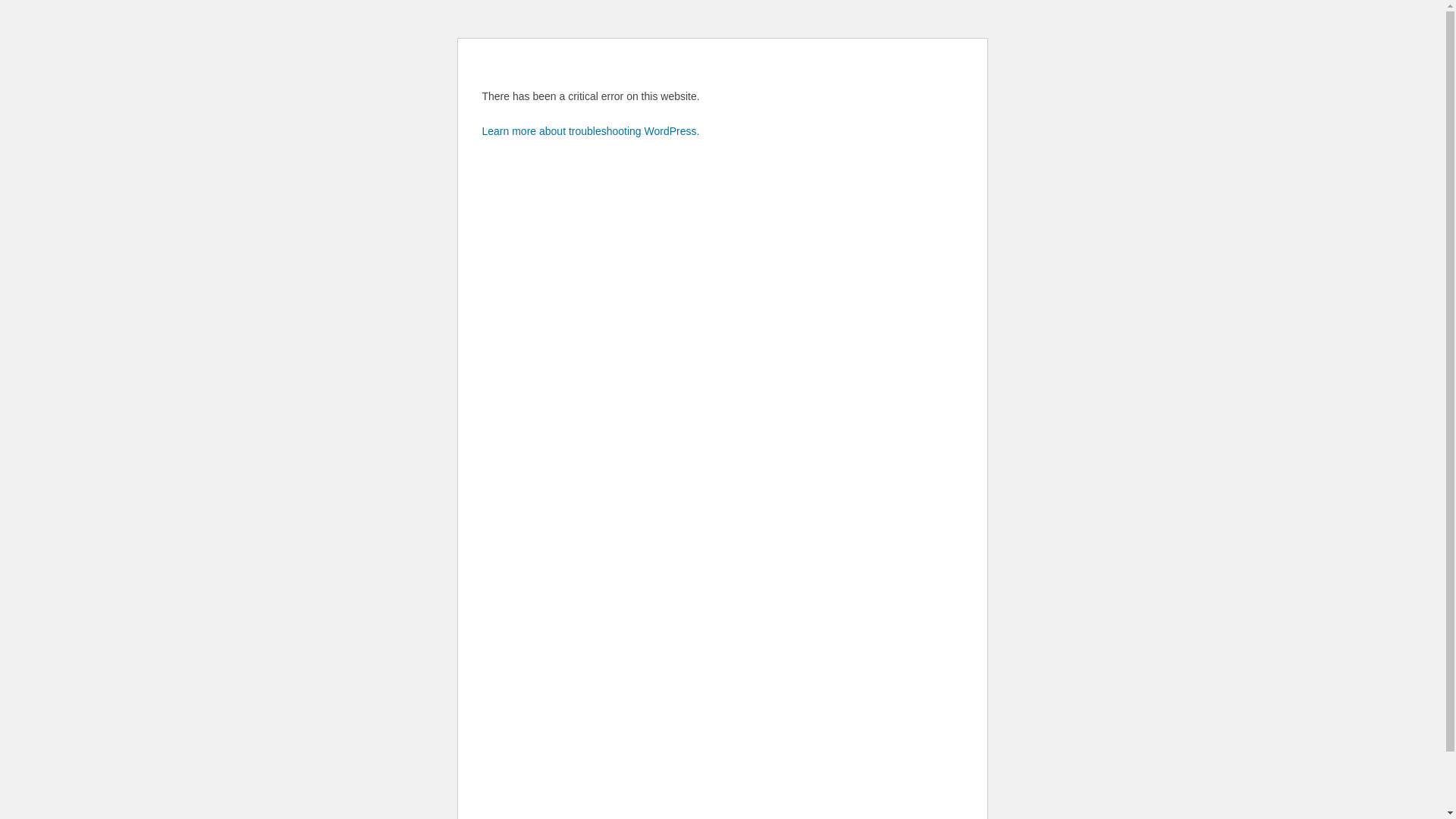  Describe the element at coordinates (590, 130) in the screenshot. I see `'Learn more about troubleshooting WordPress.'` at that location.